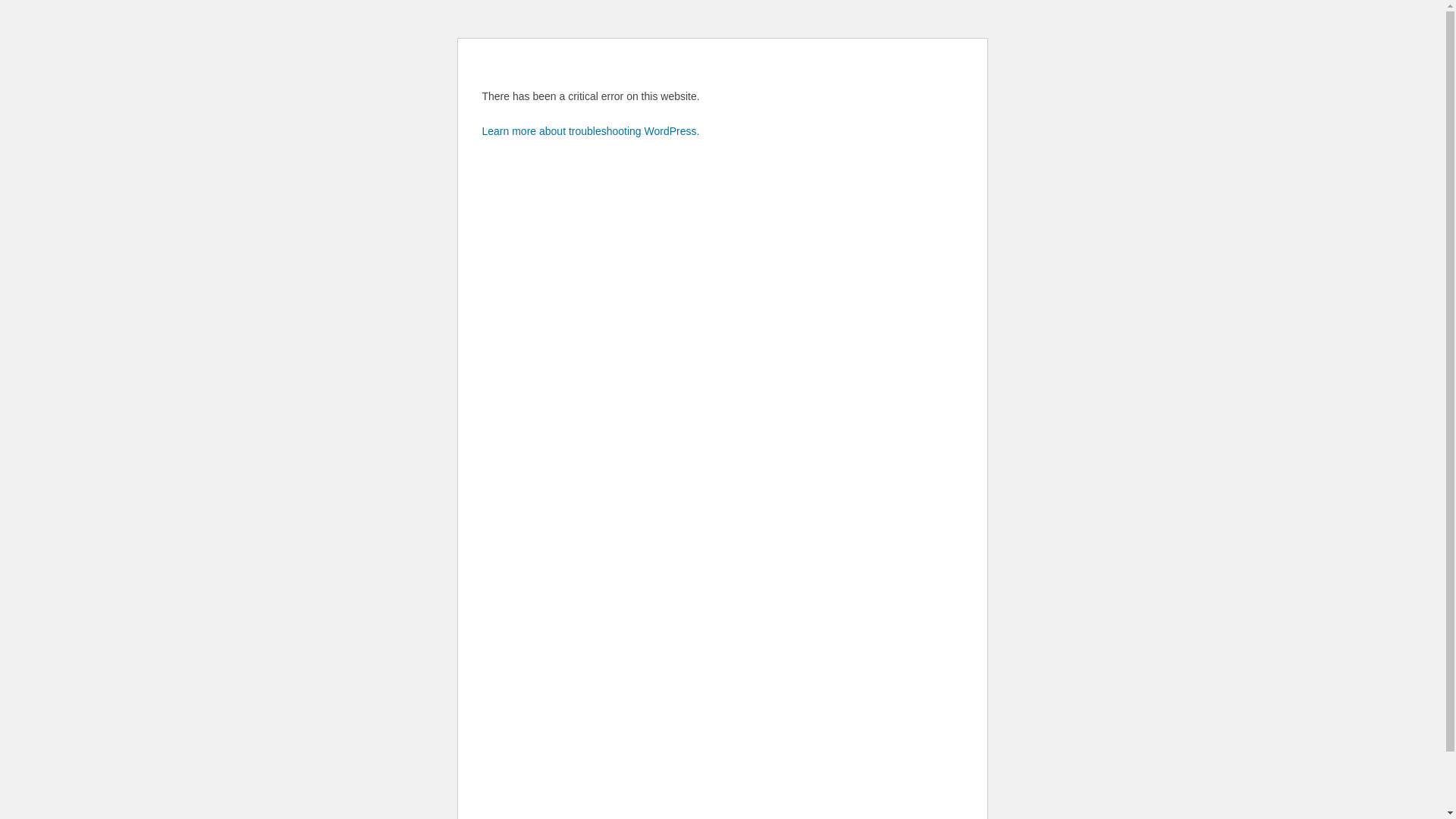  Describe the element at coordinates (590, 130) in the screenshot. I see `'Learn more about troubleshooting WordPress.'` at that location.